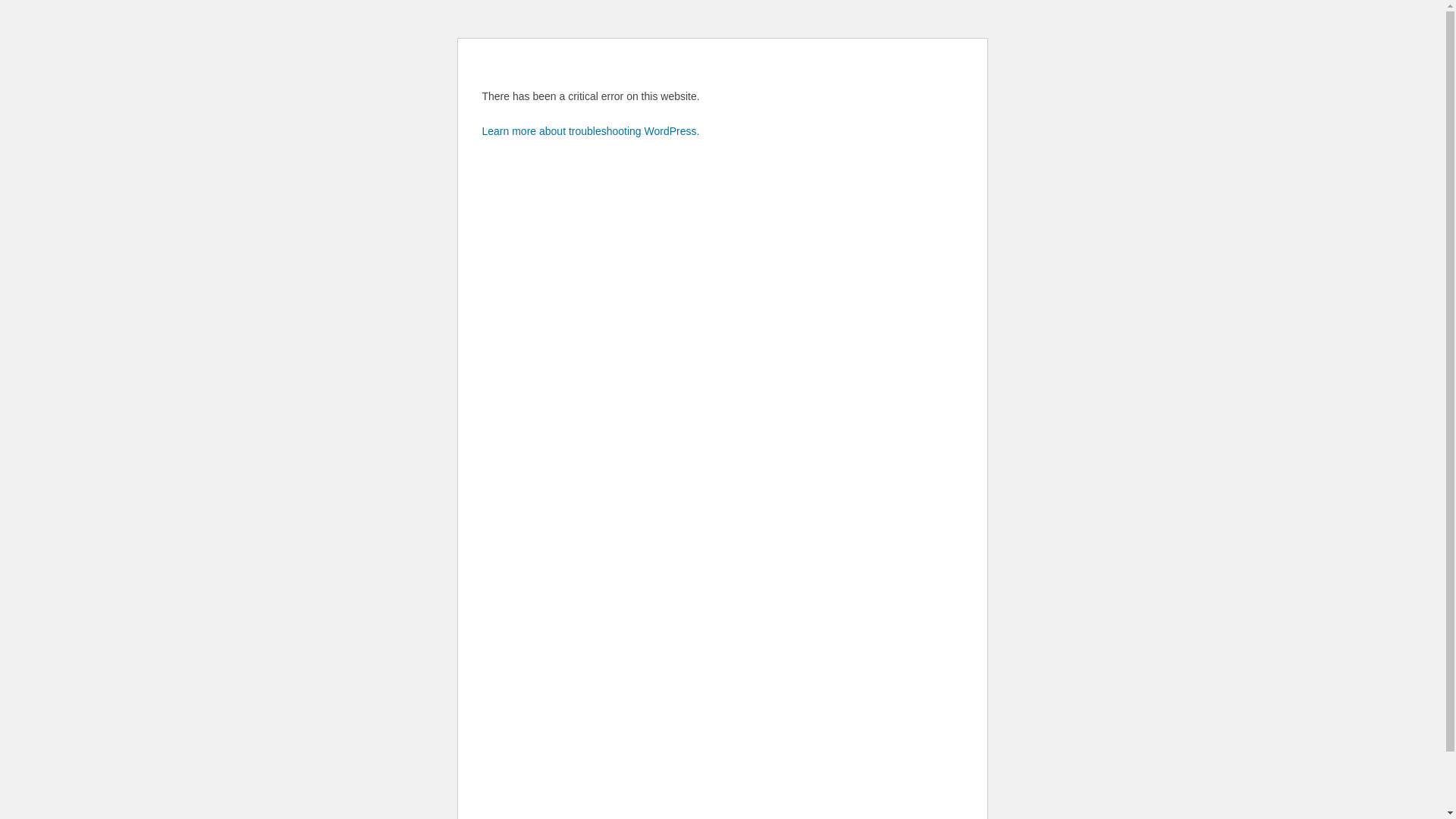  Describe the element at coordinates (590, 130) in the screenshot. I see `'Learn more about troubleshooting WordPress.'` at that location.